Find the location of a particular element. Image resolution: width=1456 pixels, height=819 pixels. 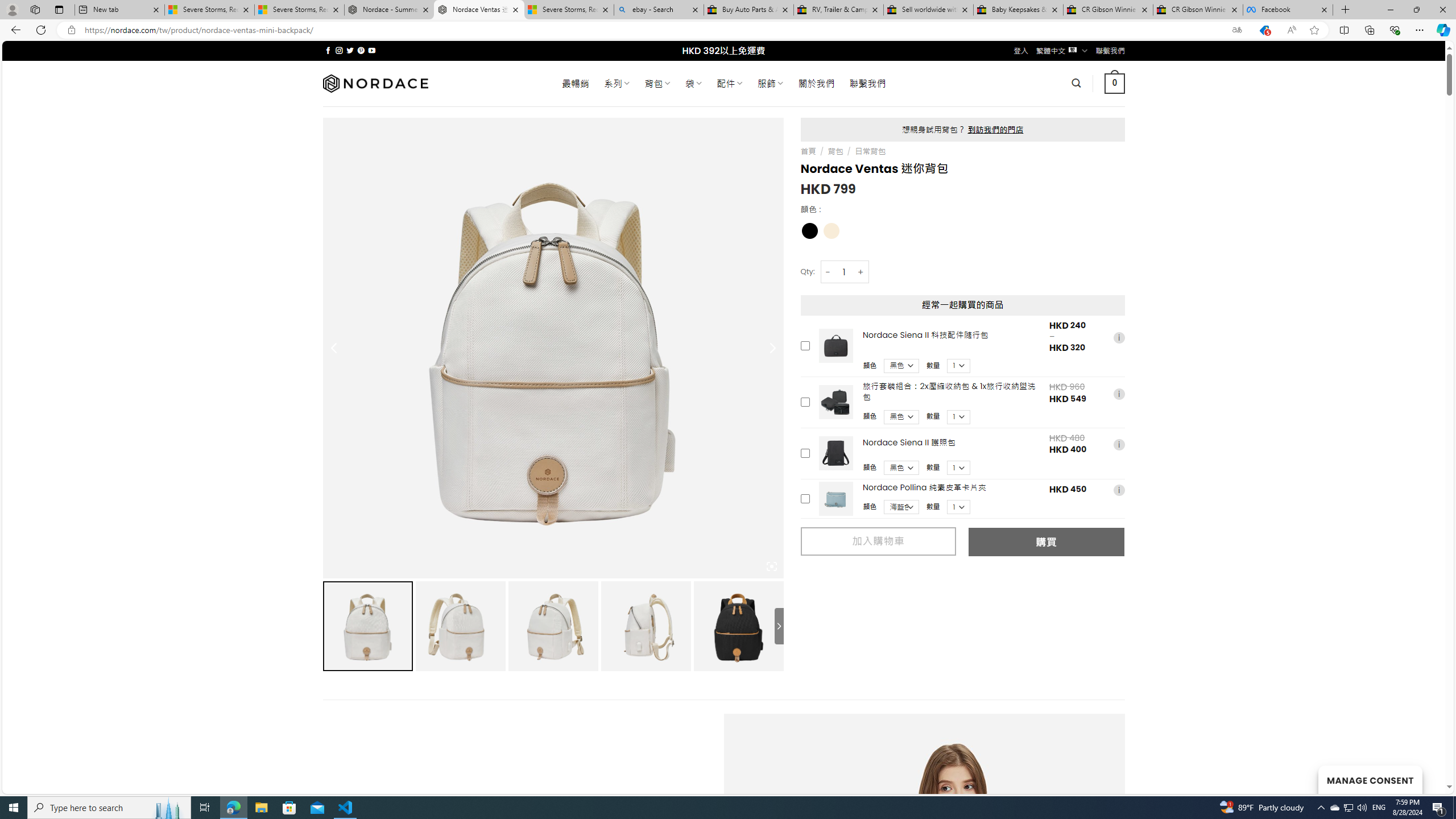

'Facebook' is located at coordinates (1287, 9).